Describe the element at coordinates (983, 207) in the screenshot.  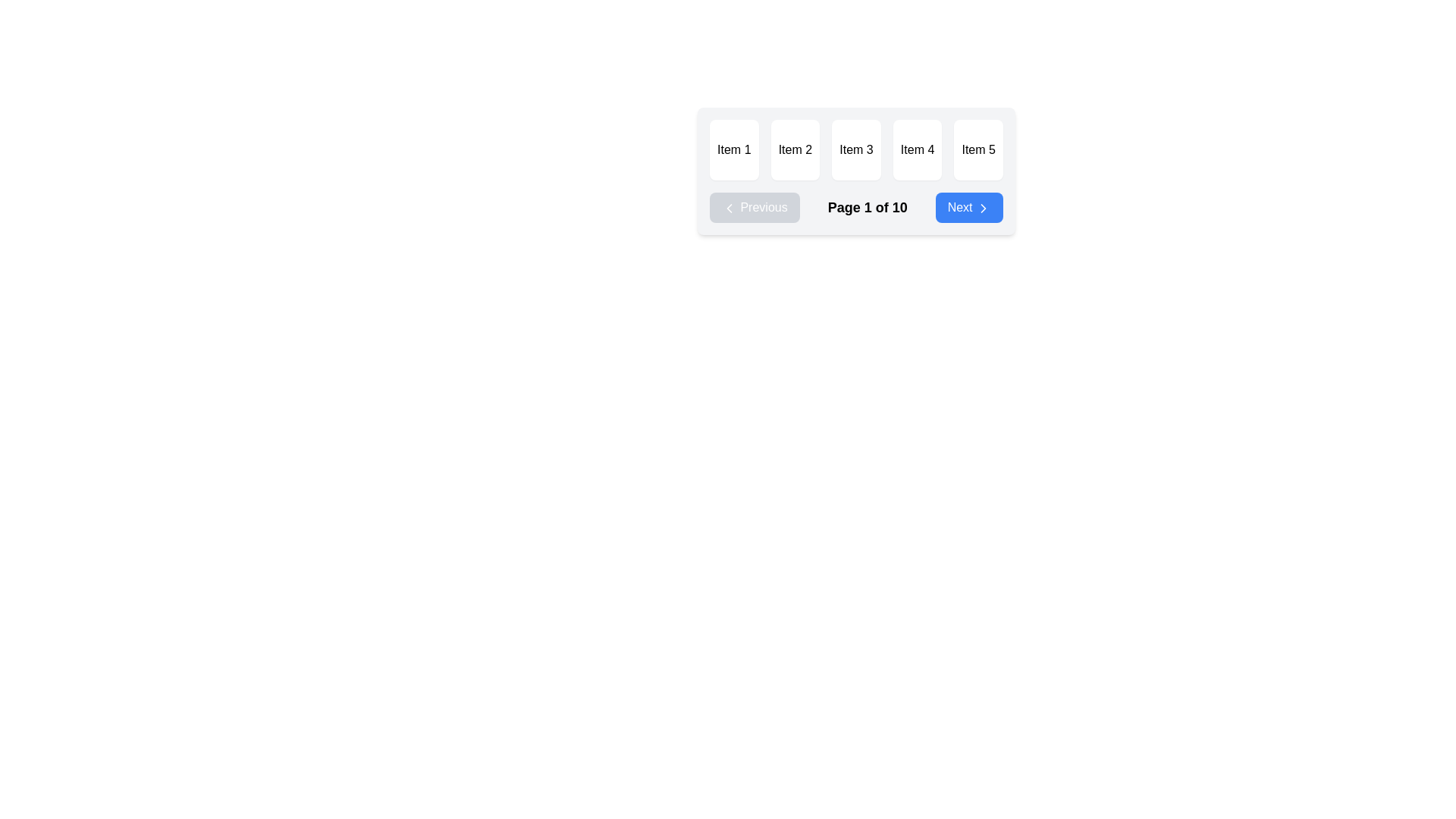
I see `the arrow icon inside the 'Next' button` at that location.